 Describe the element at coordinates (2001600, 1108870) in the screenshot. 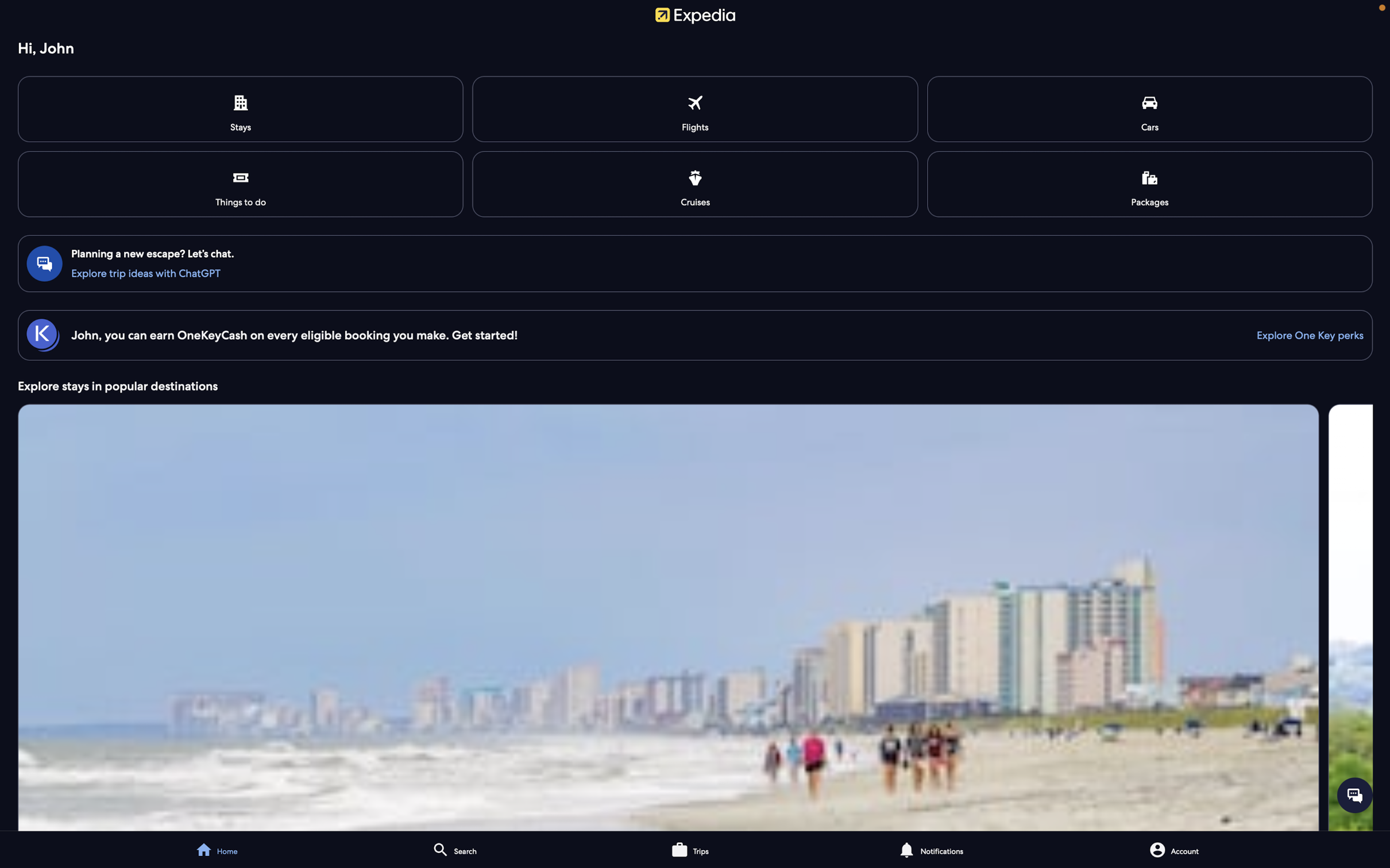

I see `Check popular destinations` at that location.